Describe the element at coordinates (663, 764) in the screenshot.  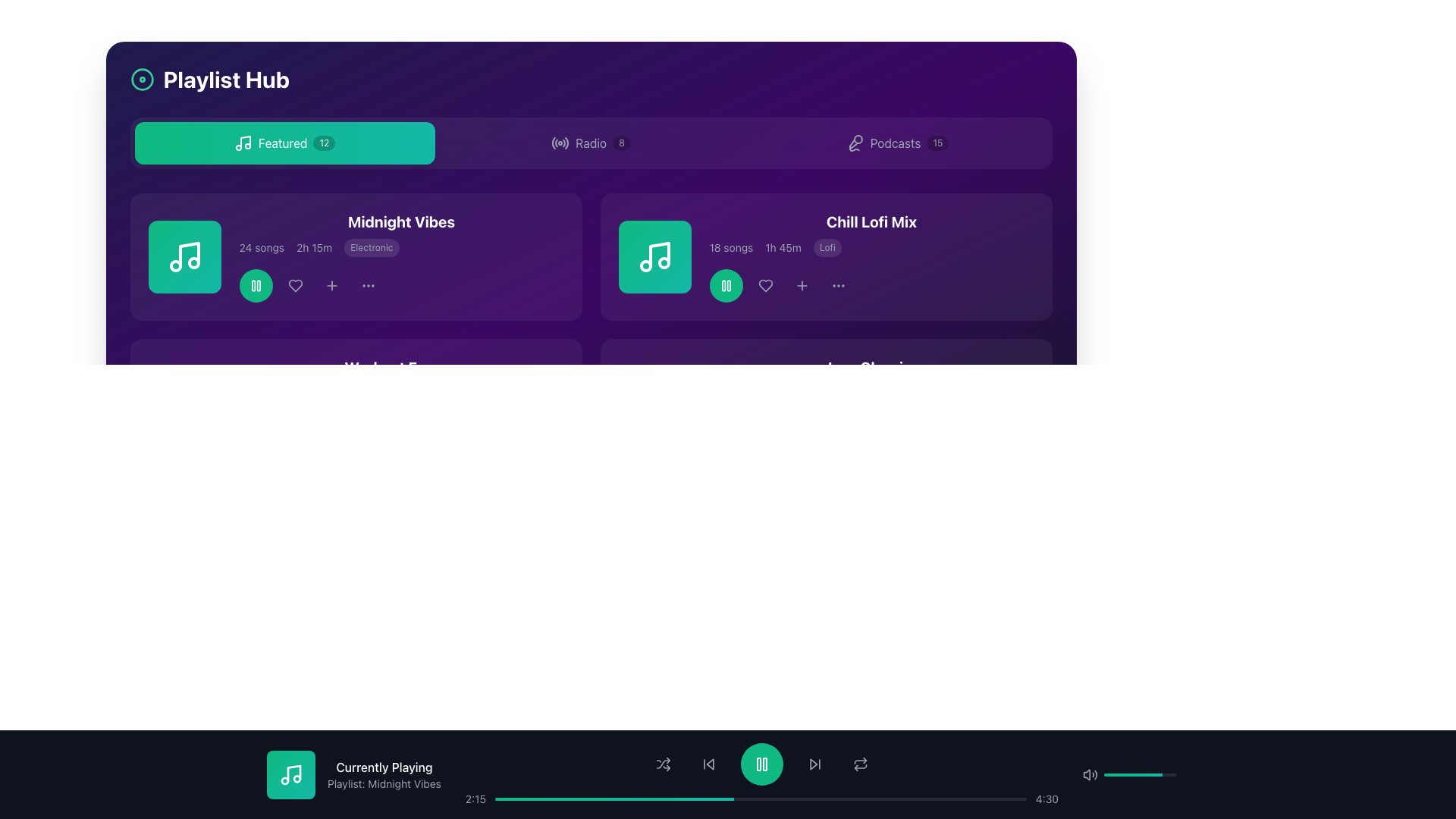
I see `the shuffle button icon, which is represented by two crossing arrows in an X shape` at that location.